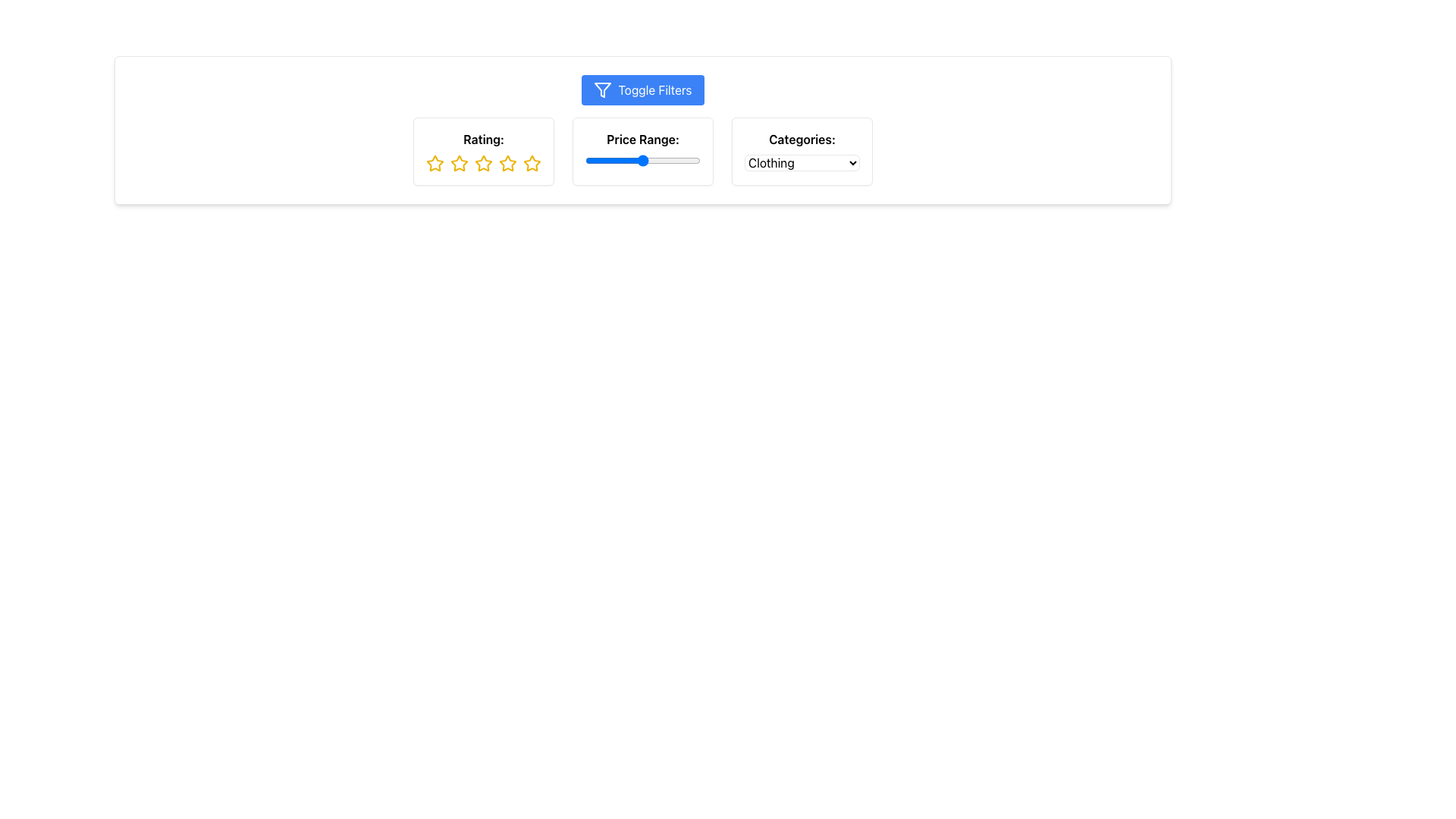 This screenshot has width=1456, height=819. Describe the element at coordinates (602, 90) in the screenshot. I see `the filter action symbol located at the center of the 'Toggle Filters' button, which is positioned at the top of the user interface` at that location.